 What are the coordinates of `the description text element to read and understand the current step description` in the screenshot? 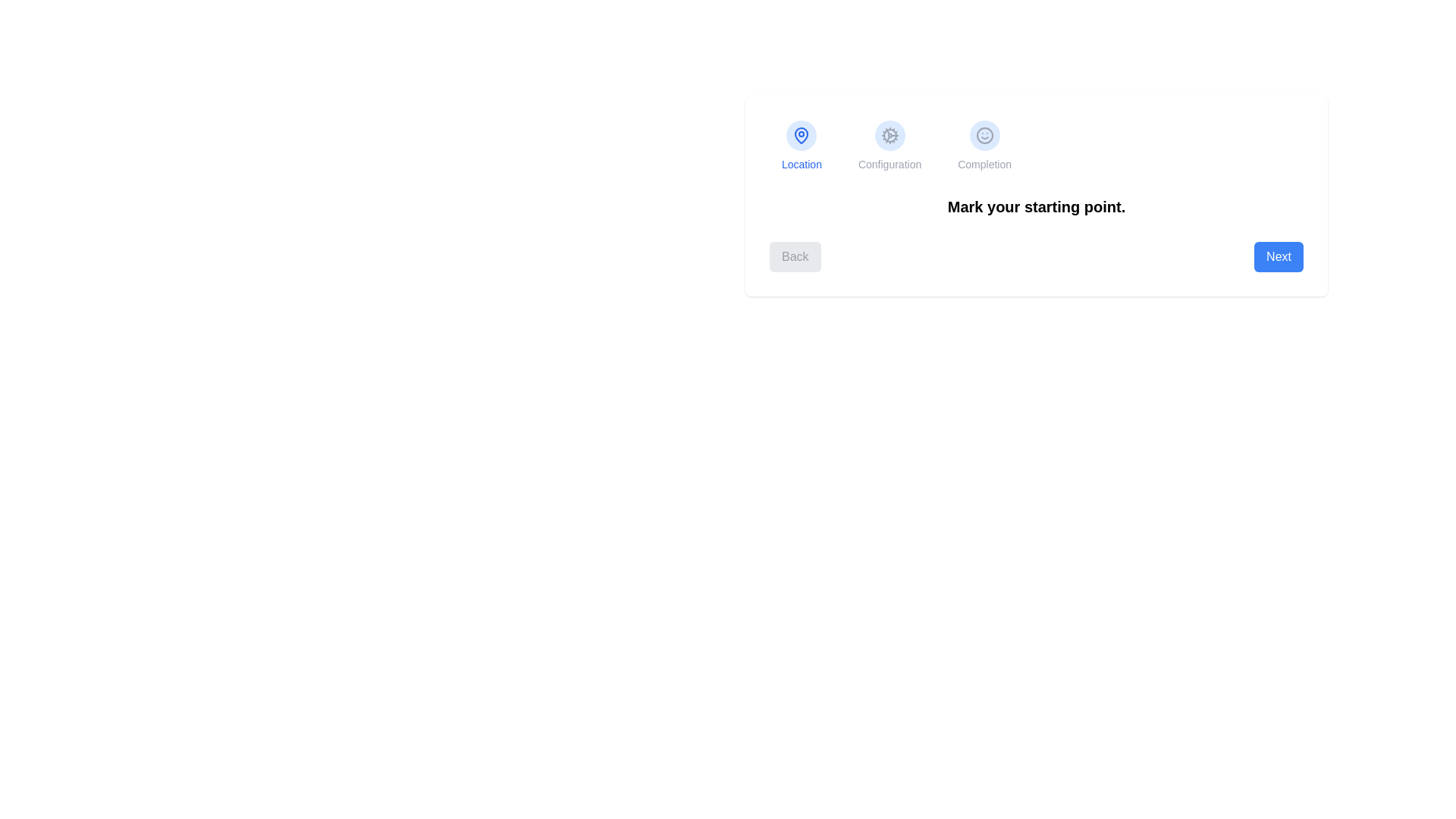 It's located at (1036, 207).